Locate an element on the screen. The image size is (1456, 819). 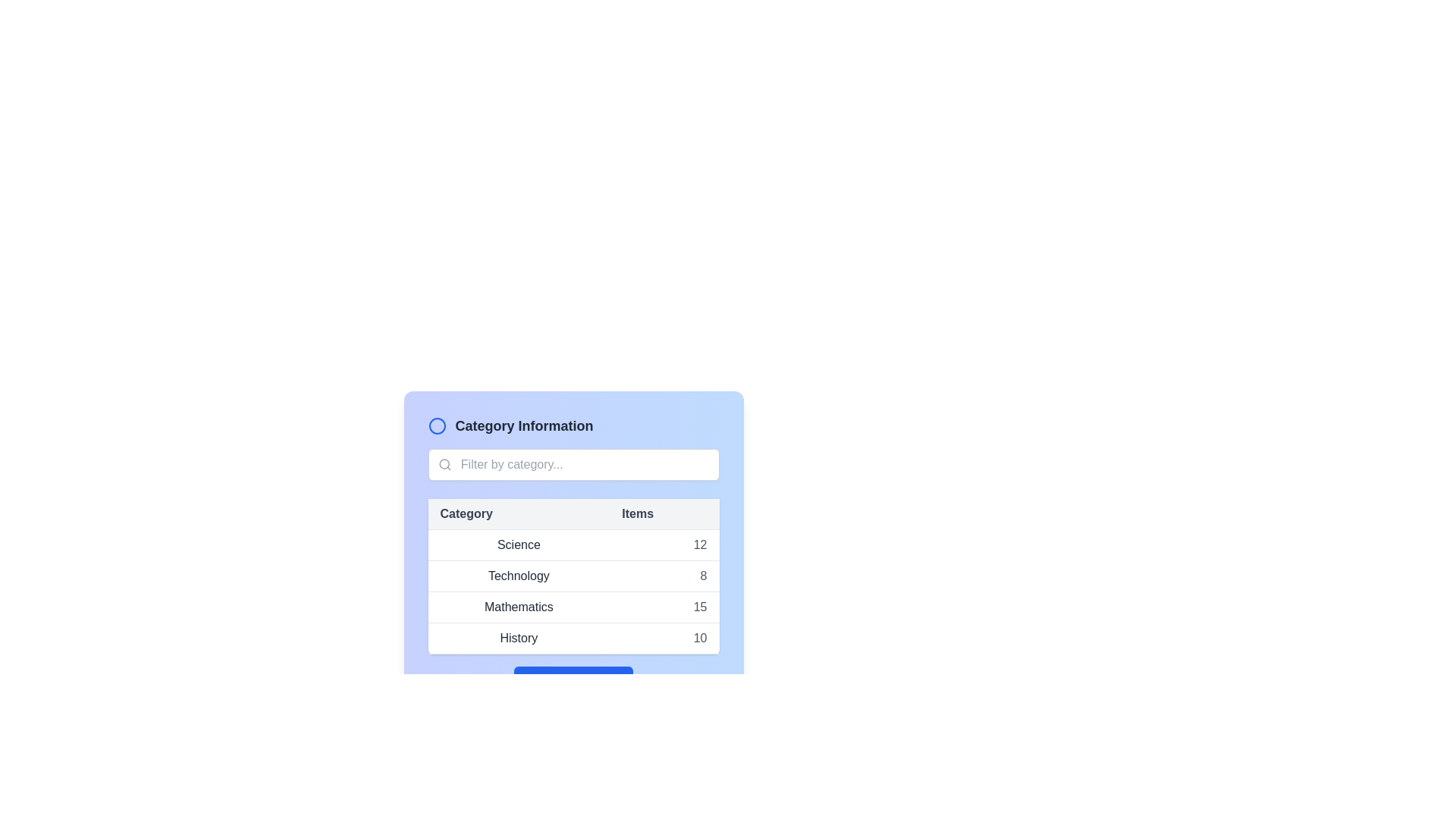
the third row of the table displaying 'Mathematics 15', which is positioned between the rows 'Technology 8' and 'History 10' is located at coordinates (573, 607).